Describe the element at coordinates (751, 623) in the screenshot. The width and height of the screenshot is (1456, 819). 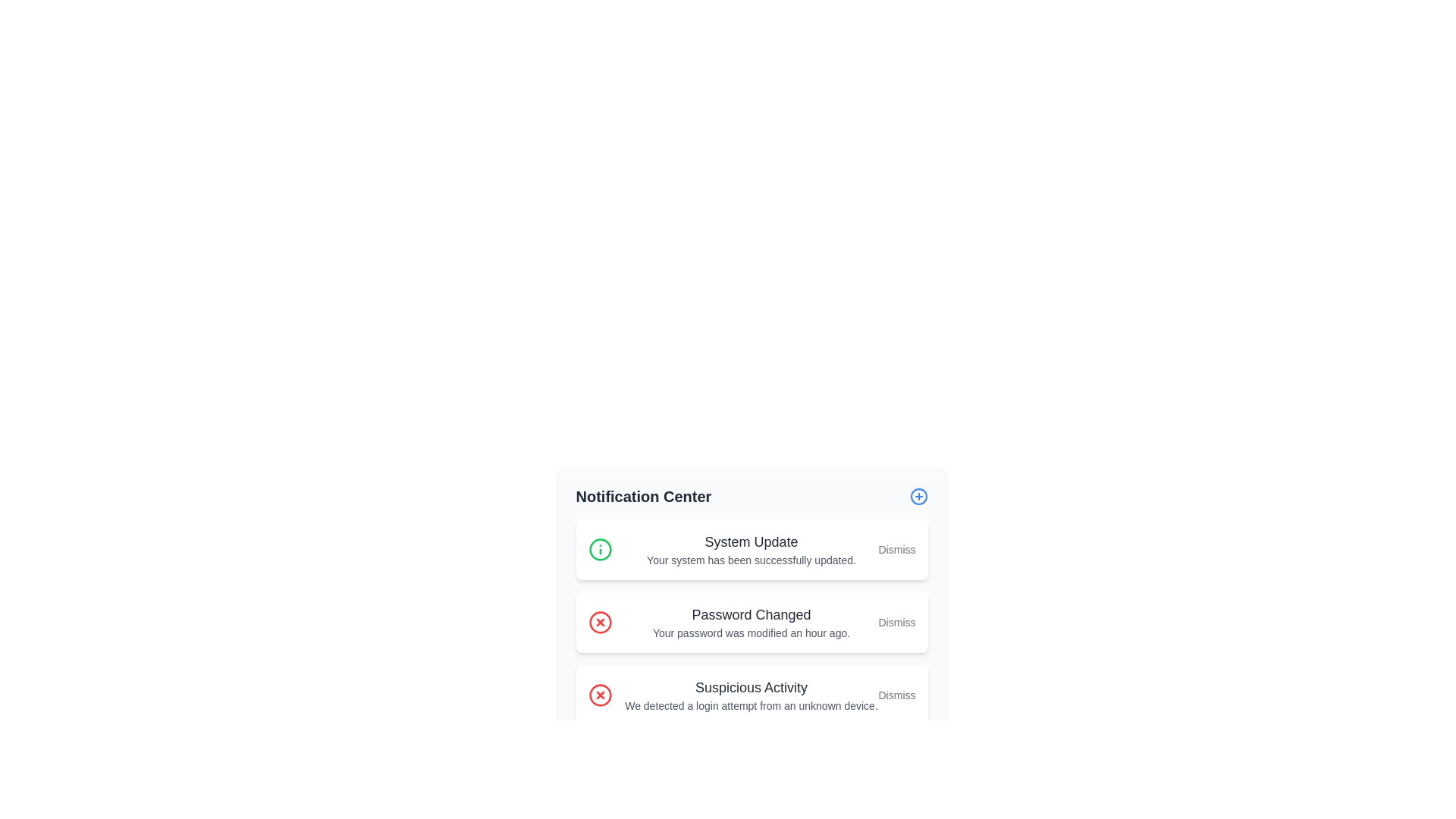
I see `the second notification in the Notification Center that informs the user about a recent password change` at that location.